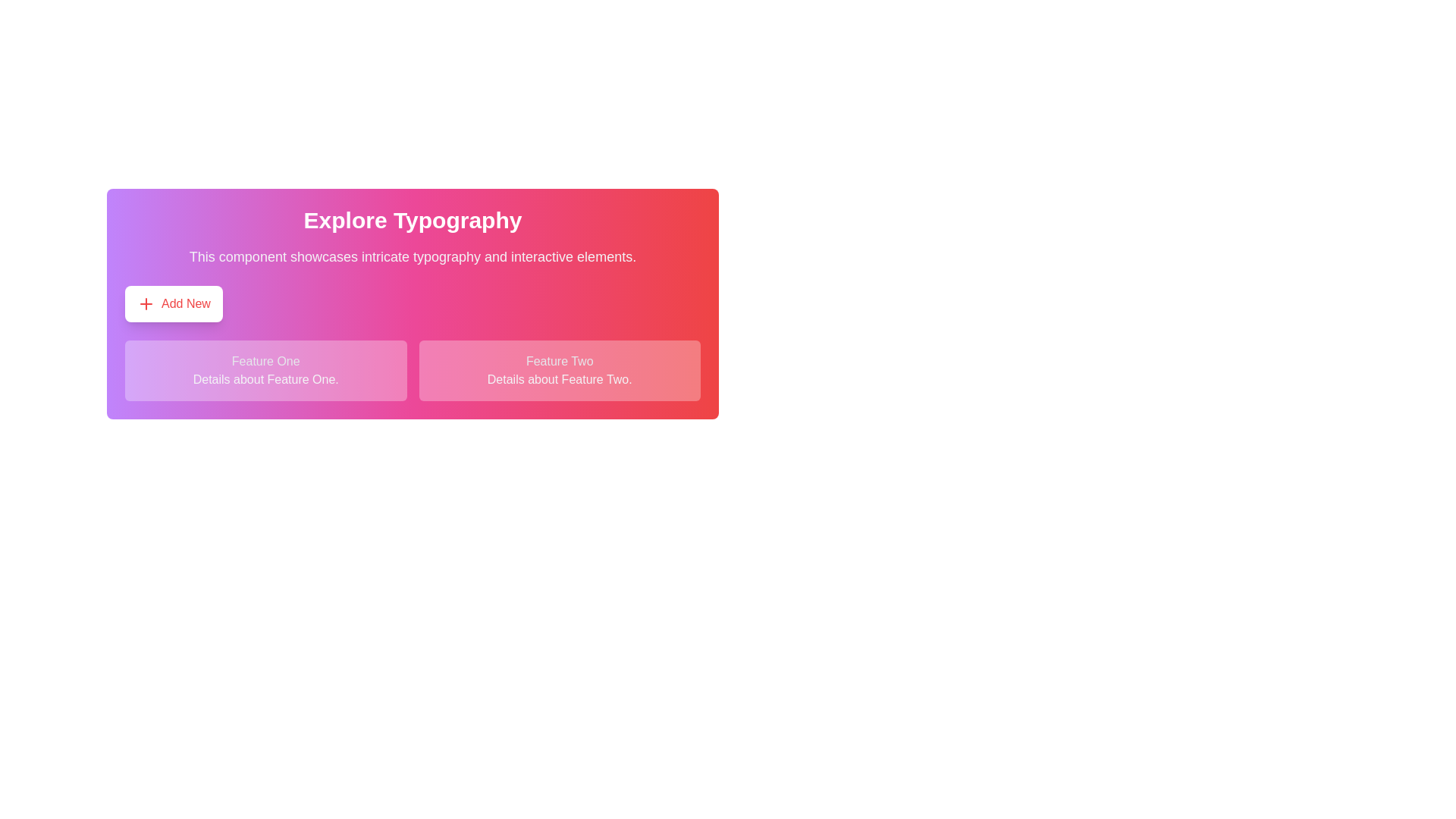 The width and height of the screenshot is (1456, 819). I want to click on the 'Add New' text label, which is styled in red and located within a button with a white background and rounded corners, so click(185, 304).